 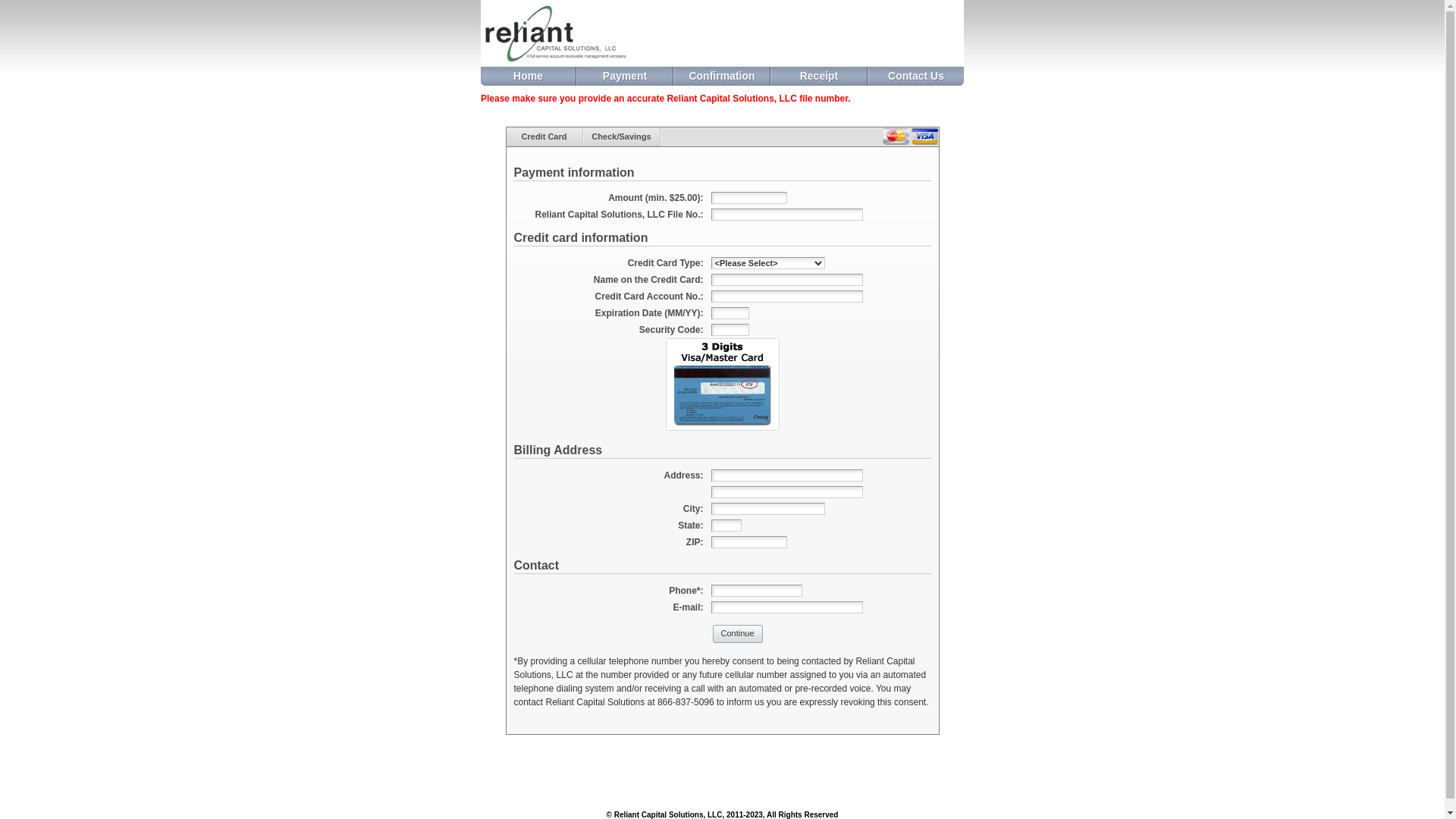 I want to click on 'Check/Savings', so click(x=622, y=136).